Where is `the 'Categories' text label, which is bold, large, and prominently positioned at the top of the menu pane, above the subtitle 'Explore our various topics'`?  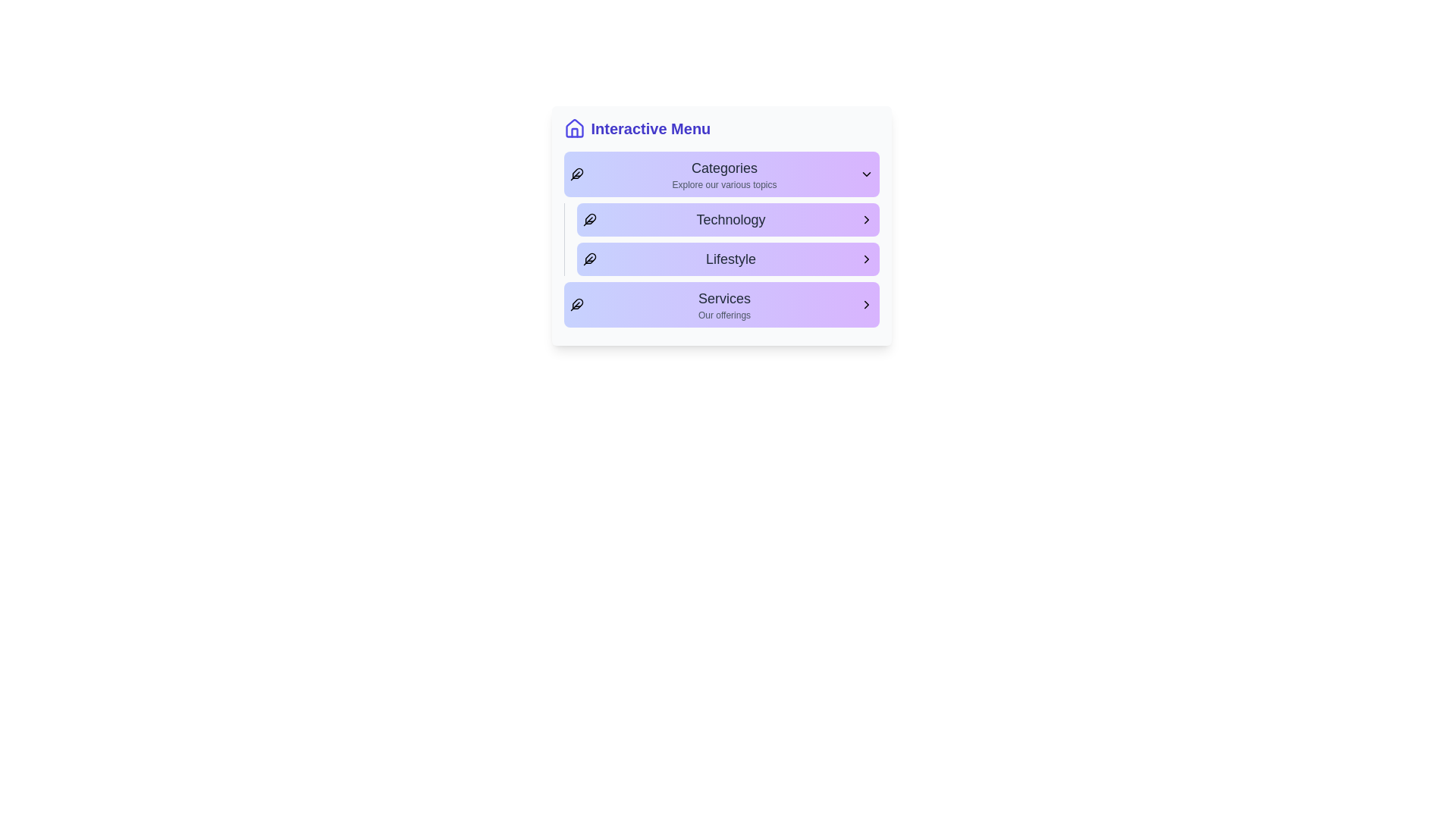
the 'Categories' text label, which is bold, large, and prominently positioned at the top of the menu pane, above the subtitle 'Explore our various topics' is located at coordinates (723, 168).